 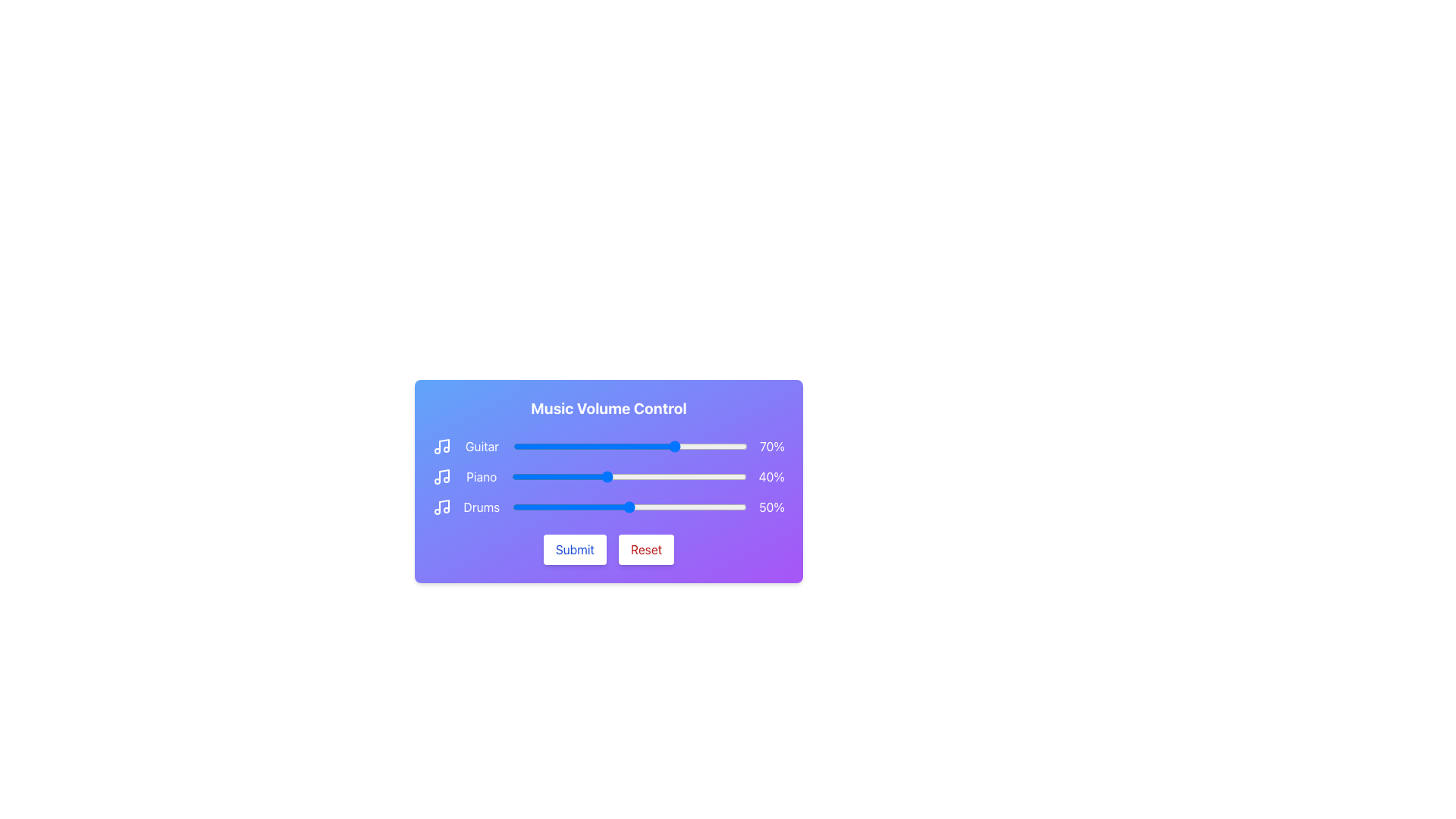 What do you see at coordinates (667, 475) in the screenshot?
I see `the Piano slider` at bounding box center [667, 475].